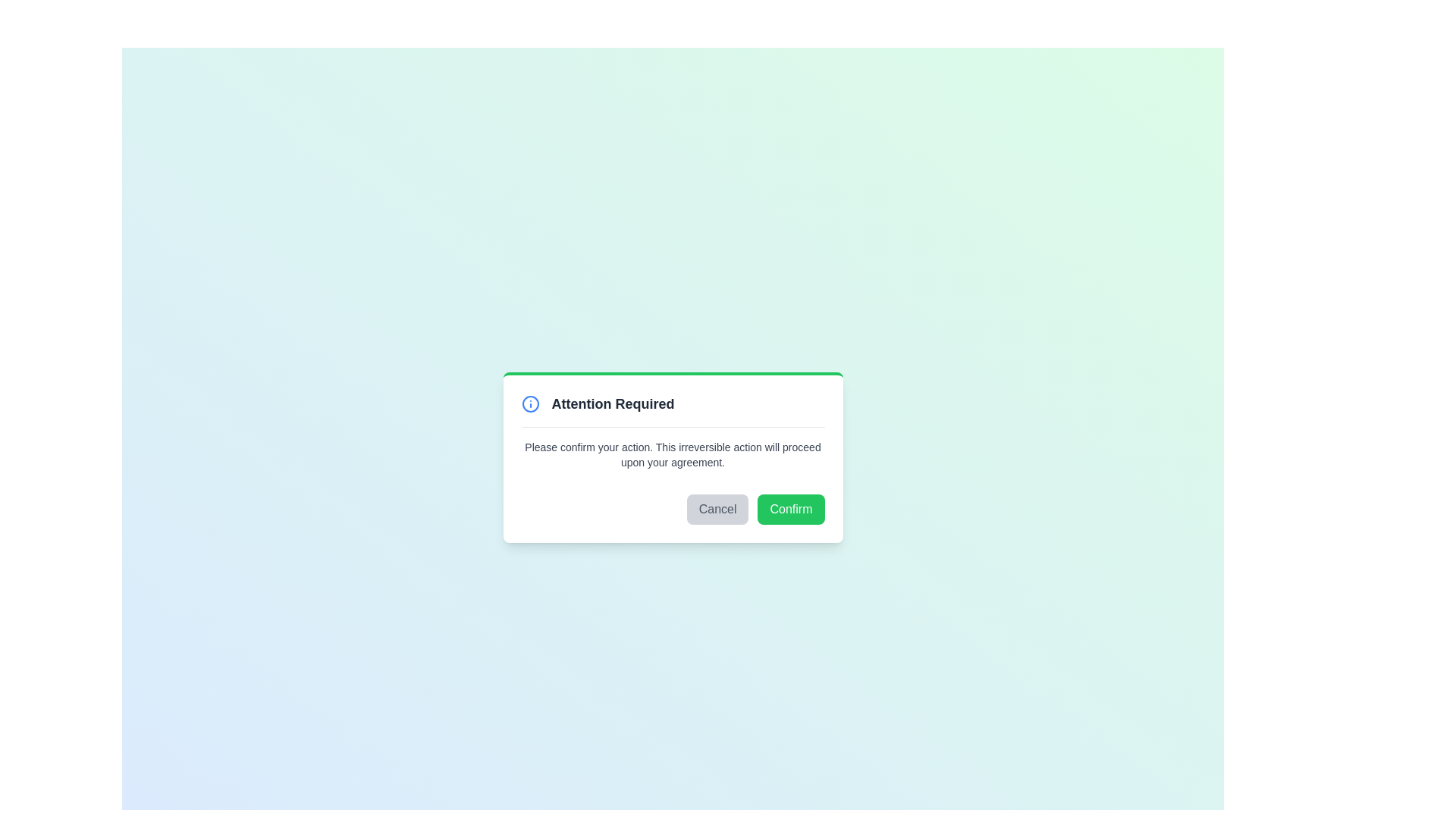 The height and width of the screenshot is (819, 1456). Describe the element at coordinates (717, 509) in the screenshot. I see `the 'Cancel' button with a gray background and dark gray text located at the bottom-right corner of the confirmation dialog` at that location.